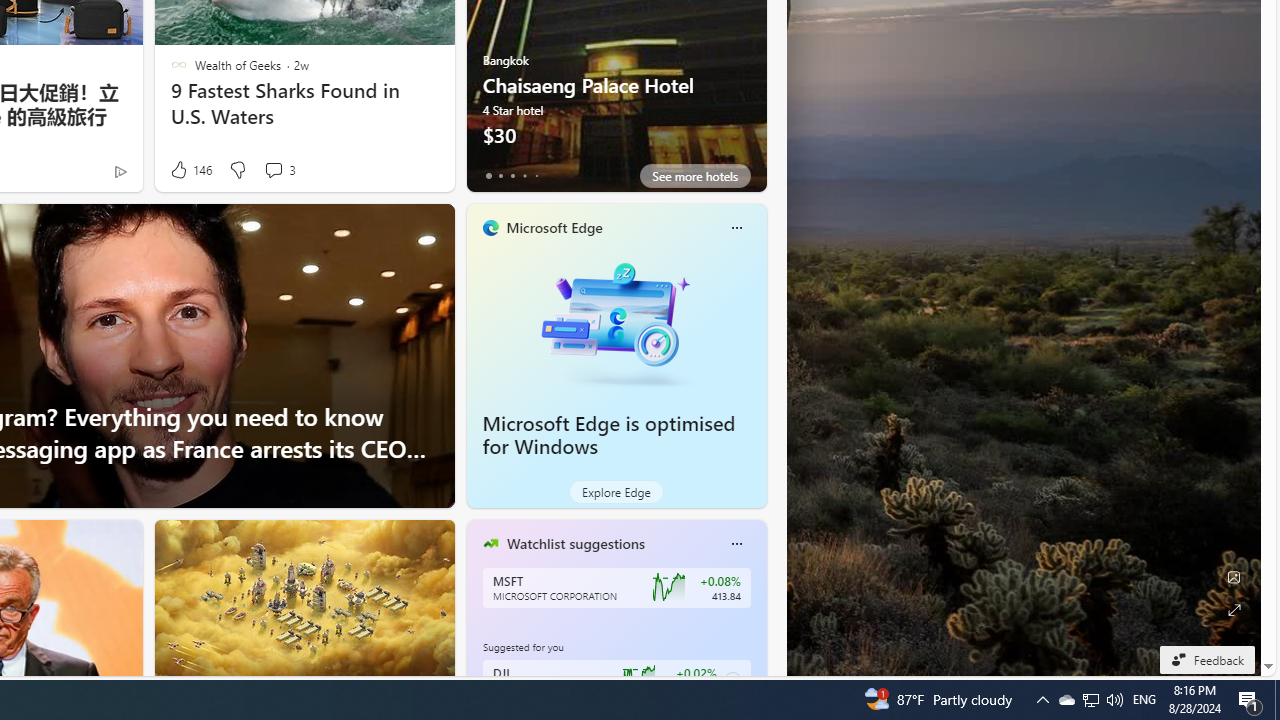 This screenshot has width=1280, height=720. Describe the element at coordinates (554, 226) in the screenshot. I see `'Microsoft Edge'` at that location.